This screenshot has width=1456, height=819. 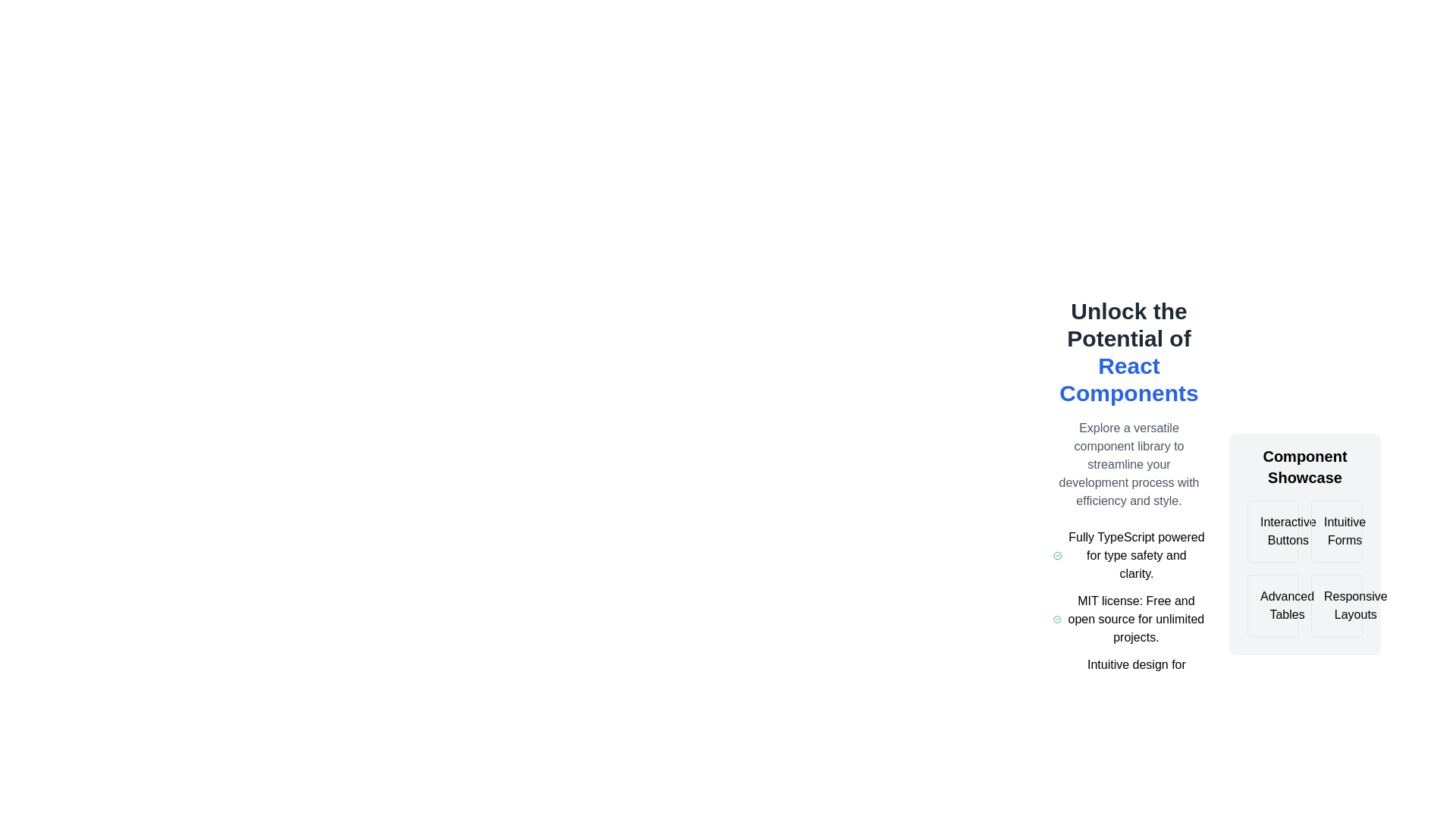 What do you see at coordinates (1375, 530) in the screenshot?
I see `the design of the SVG Icon that signifies a rating or favorite, located in the 'Component Showcase' panel on the right side of the page` at bounding box center [1375, 530].